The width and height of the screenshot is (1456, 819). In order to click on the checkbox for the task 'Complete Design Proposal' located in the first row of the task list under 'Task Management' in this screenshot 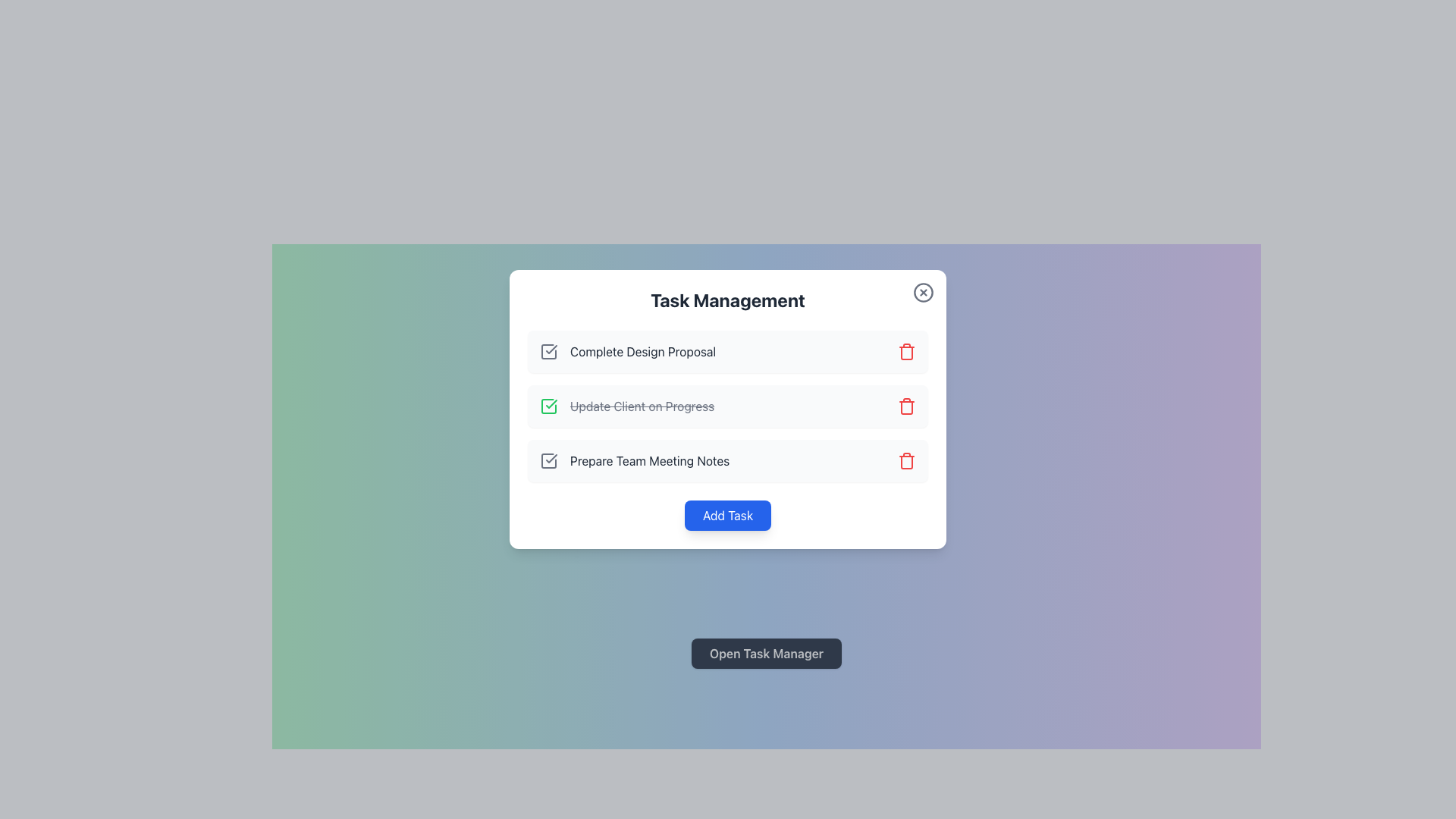, I will do `click(548, 460)`.